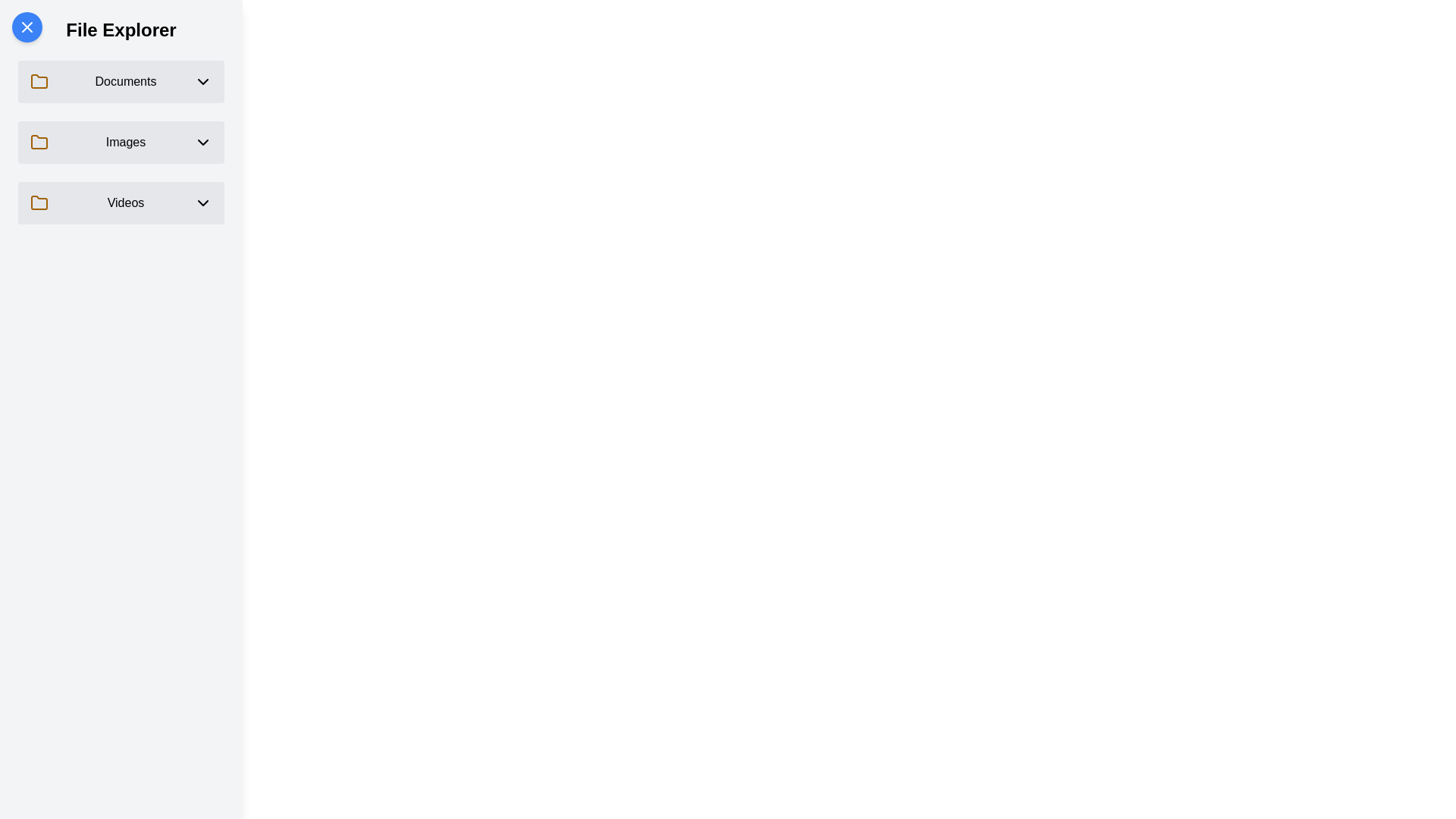  What do you see at coordinates (202, 202) in the screenshot?
I see `the downward-facing chevron icon for the 'Videos' dropdown, positioned to the right of the 'Videos' text label, to trigger potential visual feedback` at bounding box center [202, 202].